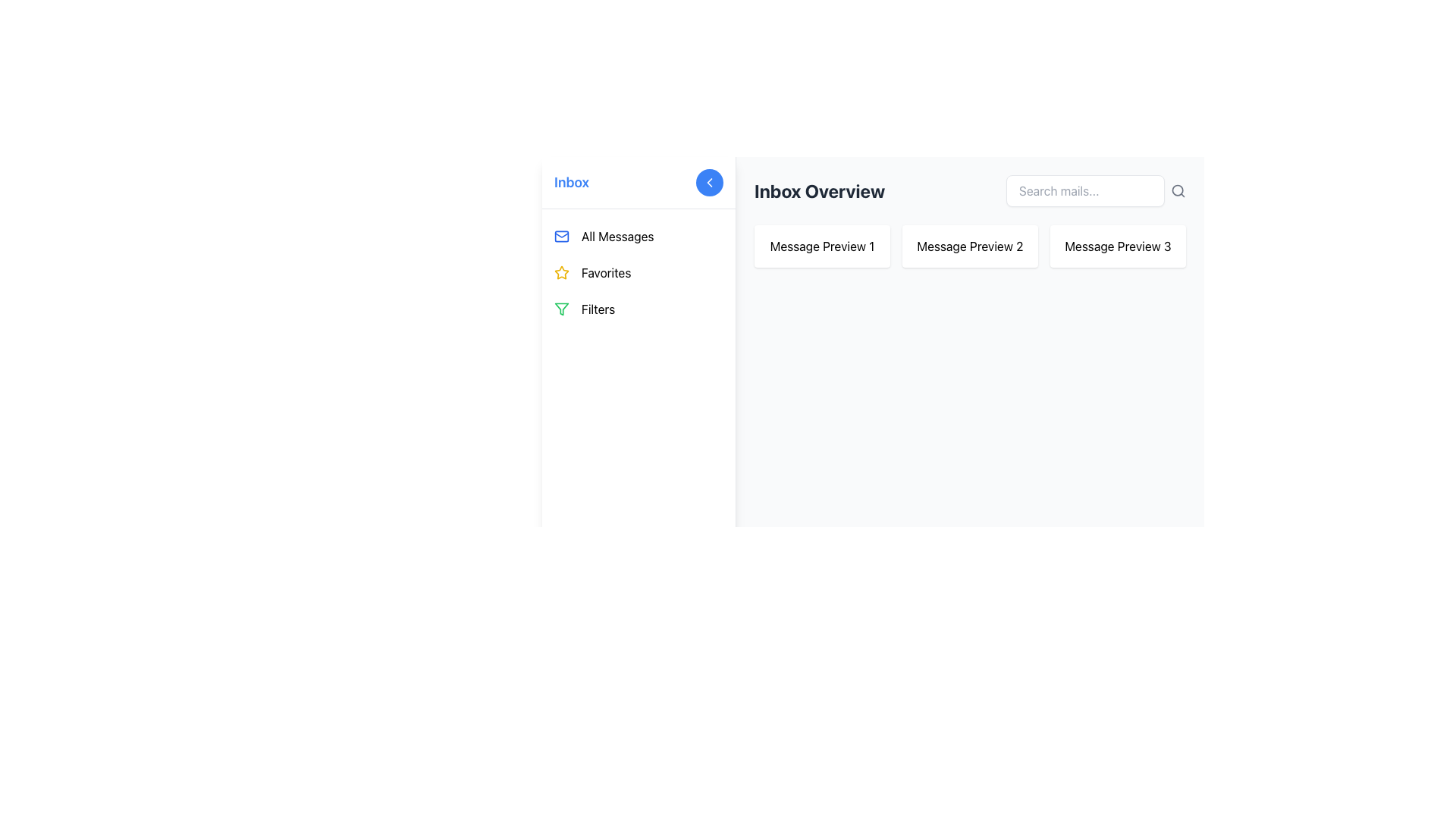  Describe the element at coordinates (560, 309) in the screenshot. I see `the filtering icon located to the left of the 'Filters' label in the interface` at that location.